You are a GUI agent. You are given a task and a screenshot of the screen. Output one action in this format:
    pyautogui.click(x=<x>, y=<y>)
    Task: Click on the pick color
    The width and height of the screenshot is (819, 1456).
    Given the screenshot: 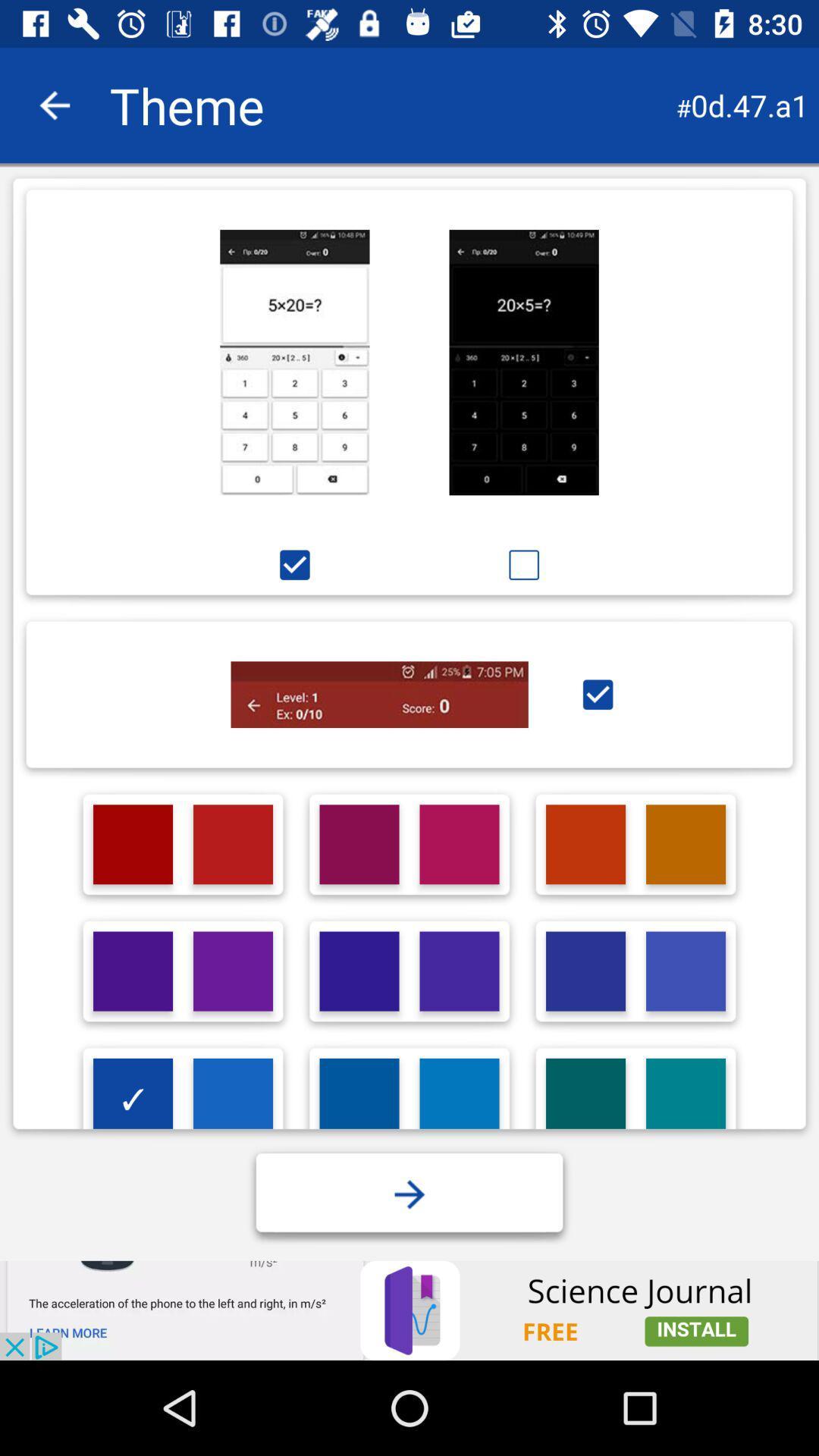 What is the action you would take?
    pyautogui.click(x=233, y=971)
    